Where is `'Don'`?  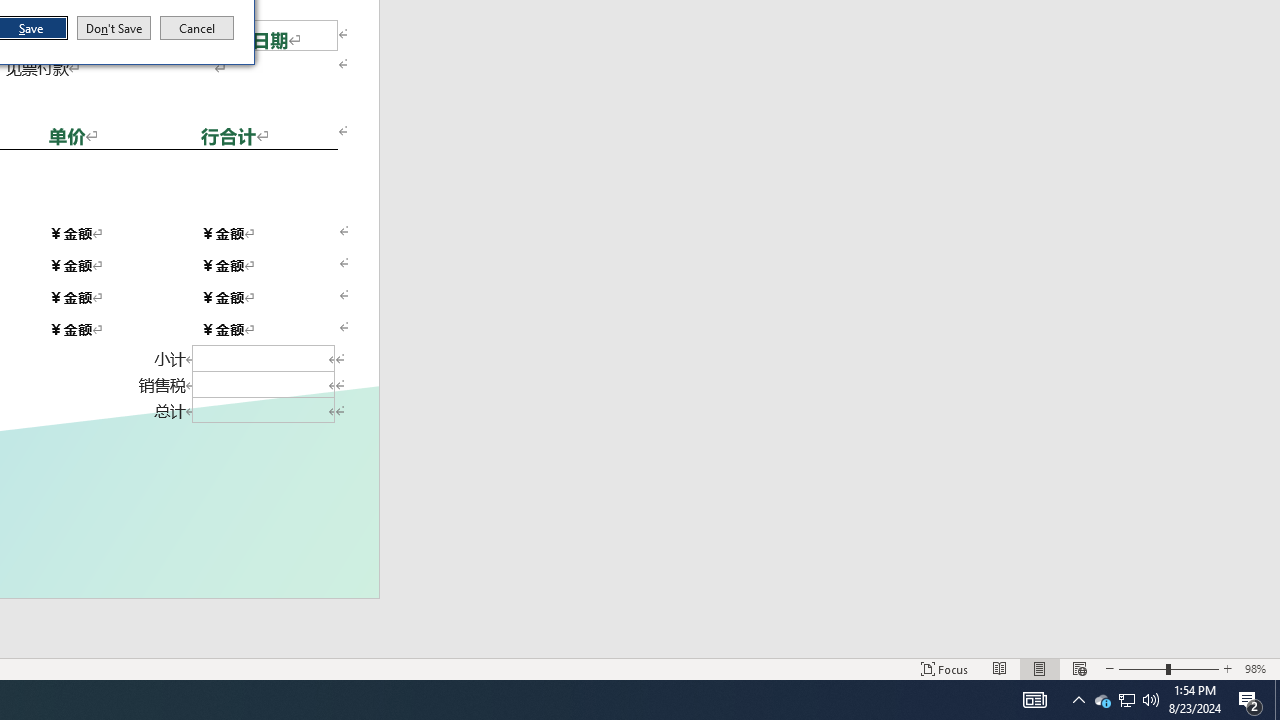 'Don' is located at coordinates (112, 28).